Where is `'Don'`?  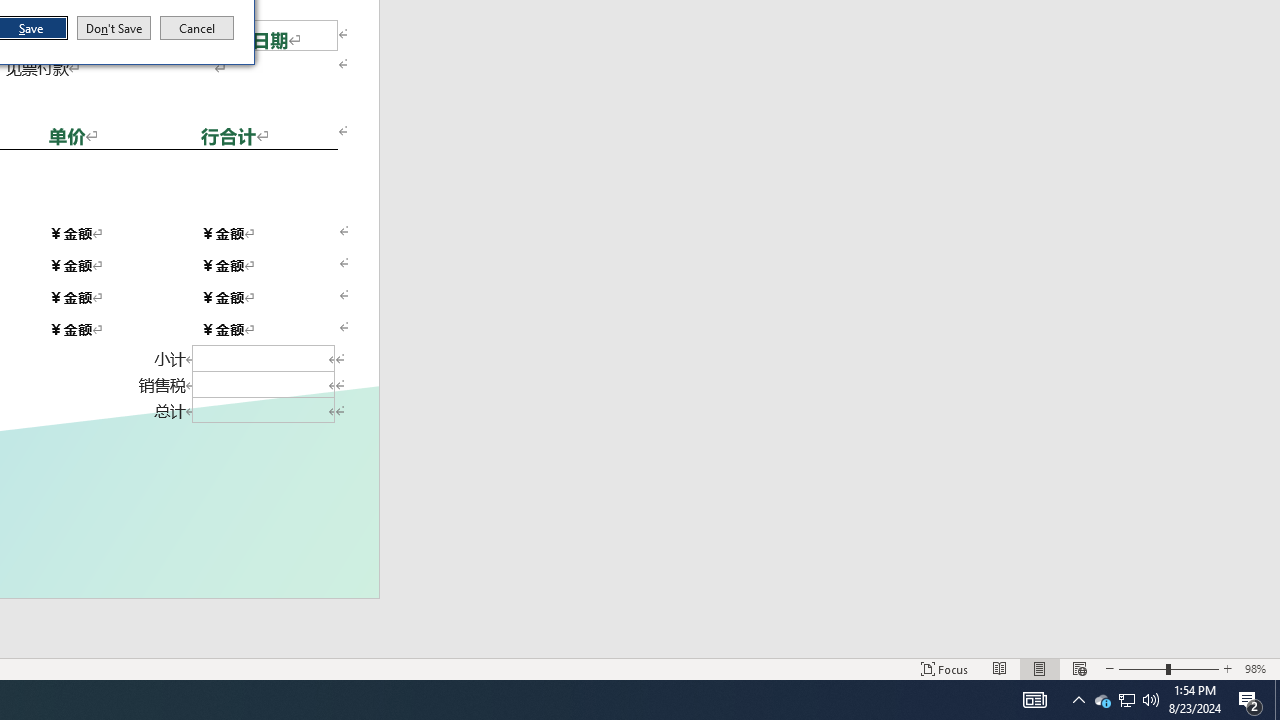 'Don' is located at coordinates (112, 28).